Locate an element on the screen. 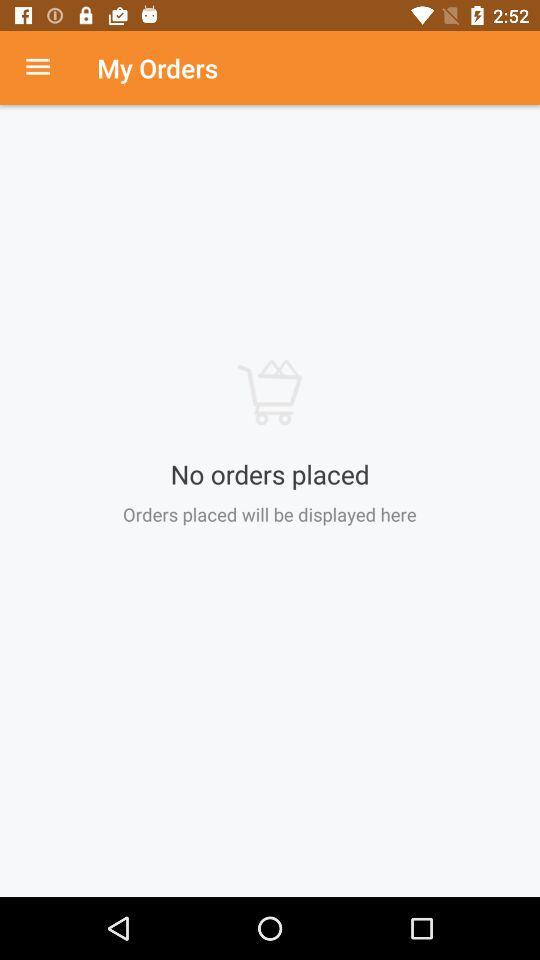 Image resolution: width=540 pixels, height=960 pixels. icon next to my orders is located at coordinates (48, 68).